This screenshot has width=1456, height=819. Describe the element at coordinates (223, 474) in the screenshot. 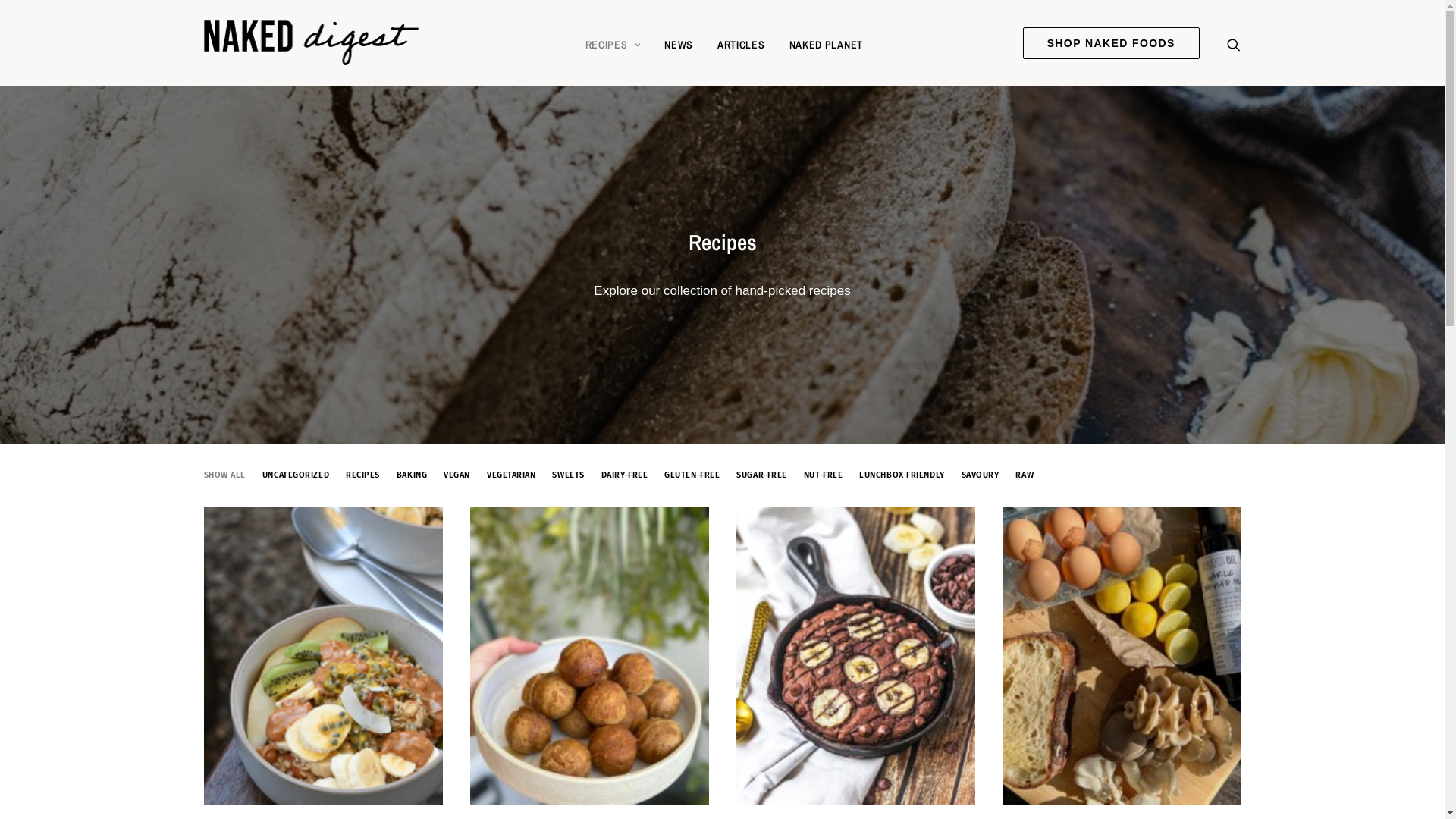

I see `'SHOW ALL'` at that location.